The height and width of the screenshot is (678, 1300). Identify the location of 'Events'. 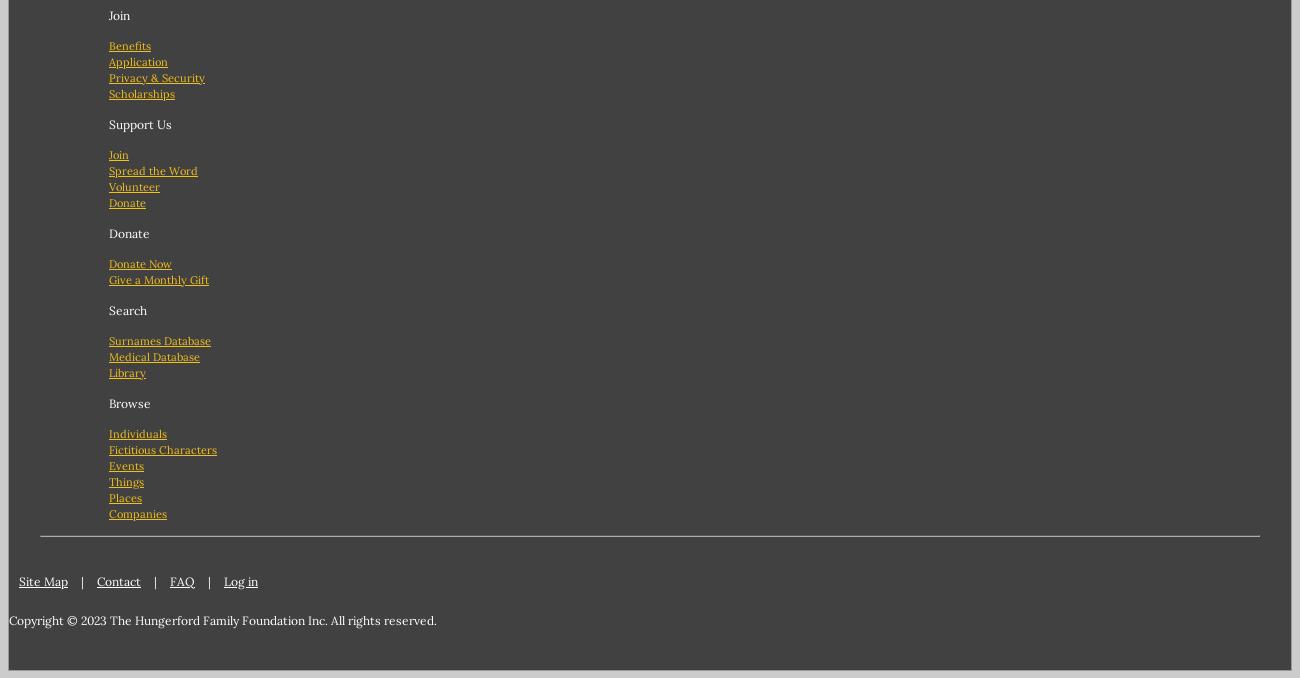
(125, 463).